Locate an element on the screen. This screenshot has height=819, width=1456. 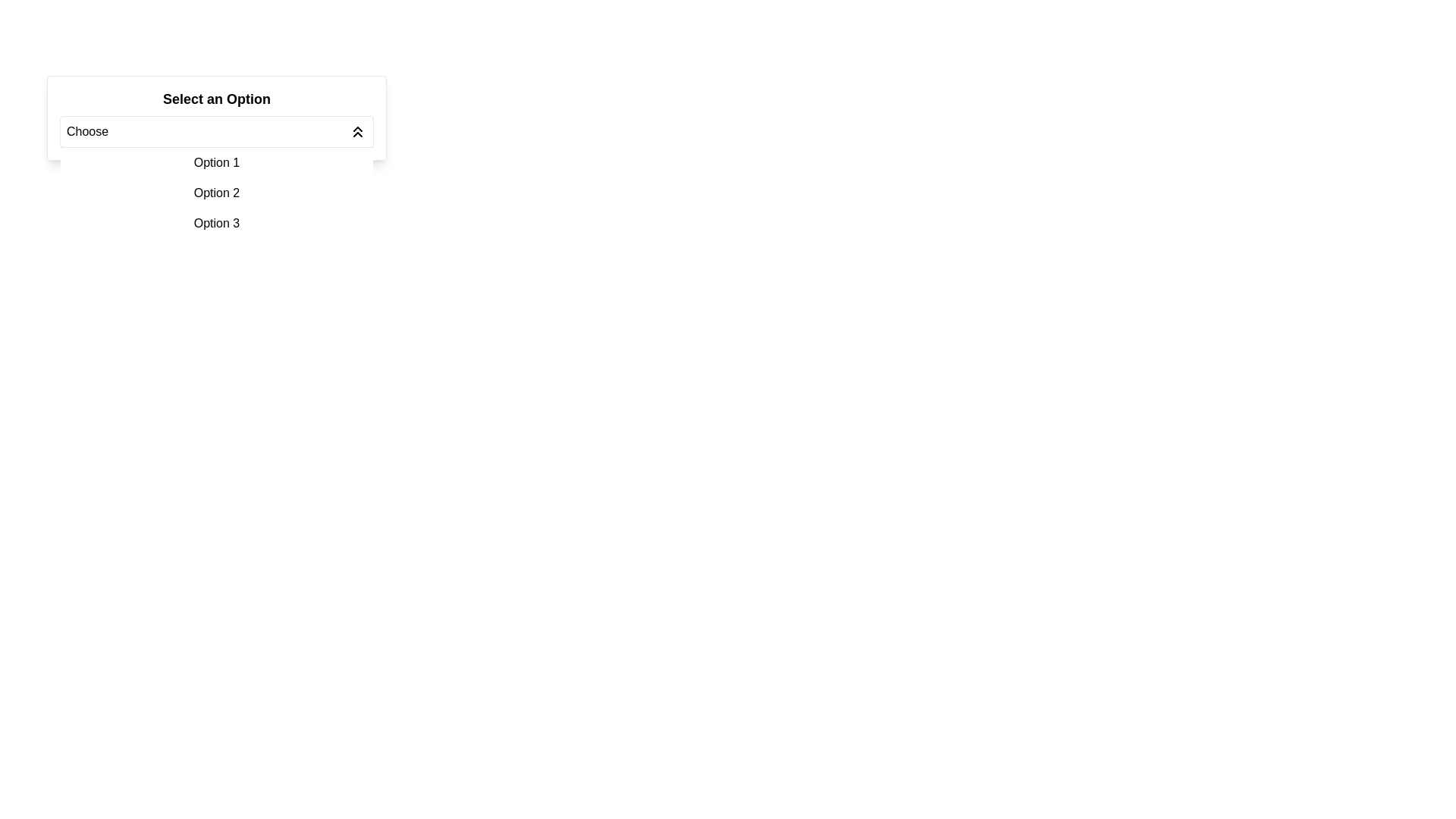
the upward double chevron icon within the dropdown labeled 'Choose' to open the menu options is located at coordinates (356, 130).